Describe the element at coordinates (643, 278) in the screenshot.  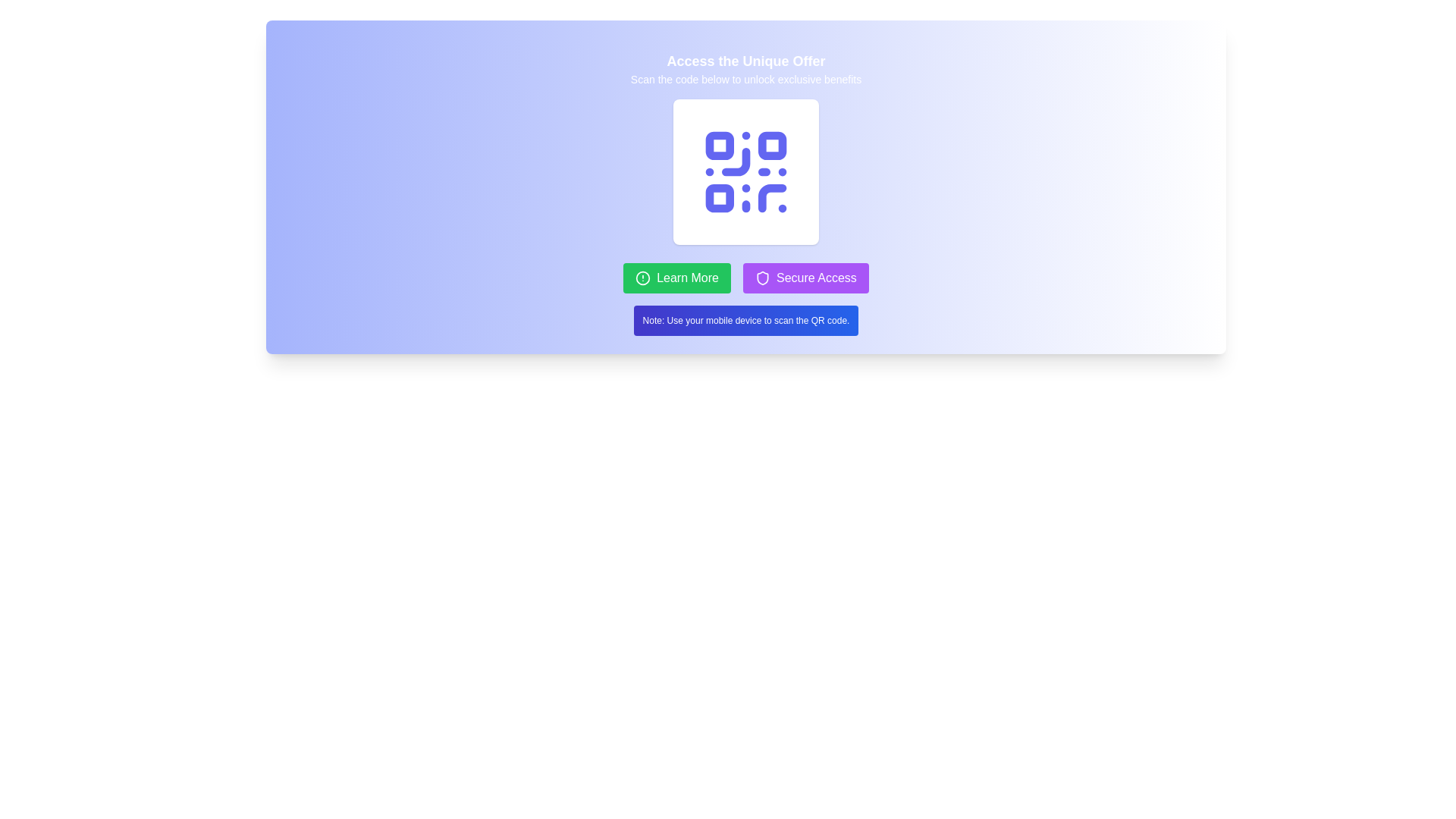
I see `the circular icon with a centered exclamation mark on a green background, located to the left of the 'Learn More' button` at that location.